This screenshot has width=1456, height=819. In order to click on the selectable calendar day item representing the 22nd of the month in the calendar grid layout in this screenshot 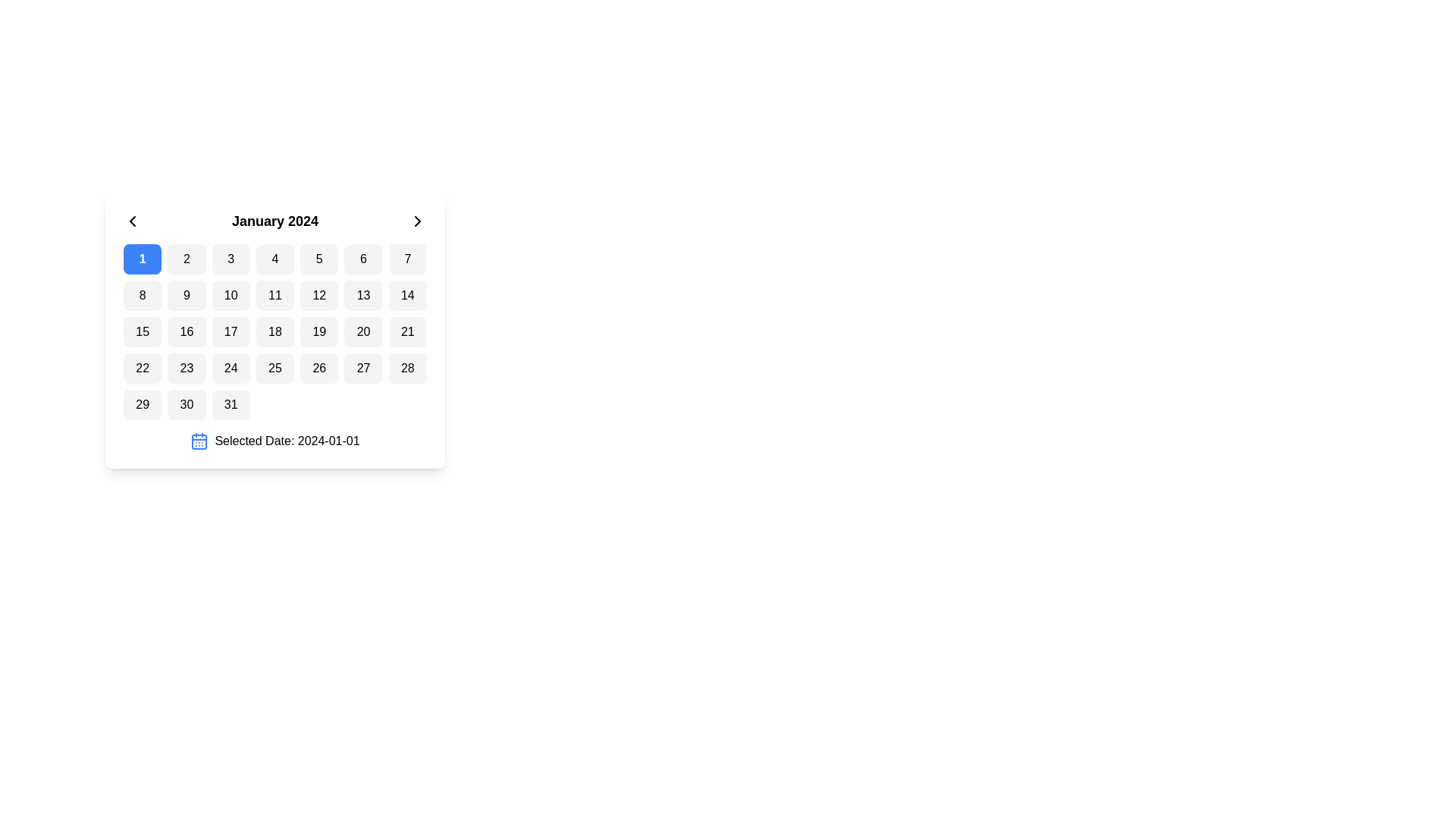, I will do `click(143, 369)`.